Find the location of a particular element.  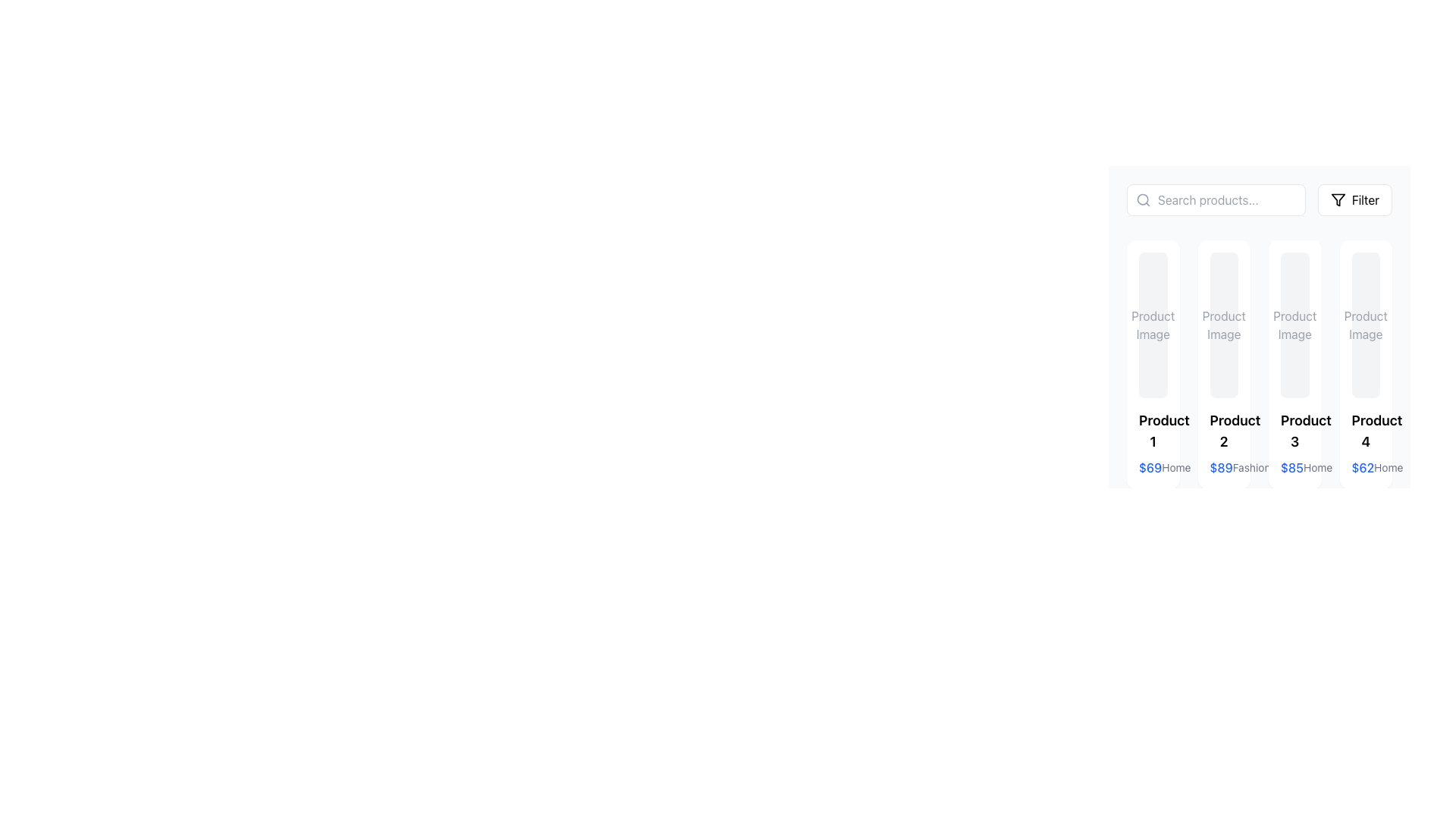

the Text label that describes 'Product 2', located centrally below the product image and above the price and category details is located at coordinates (1224, 431).